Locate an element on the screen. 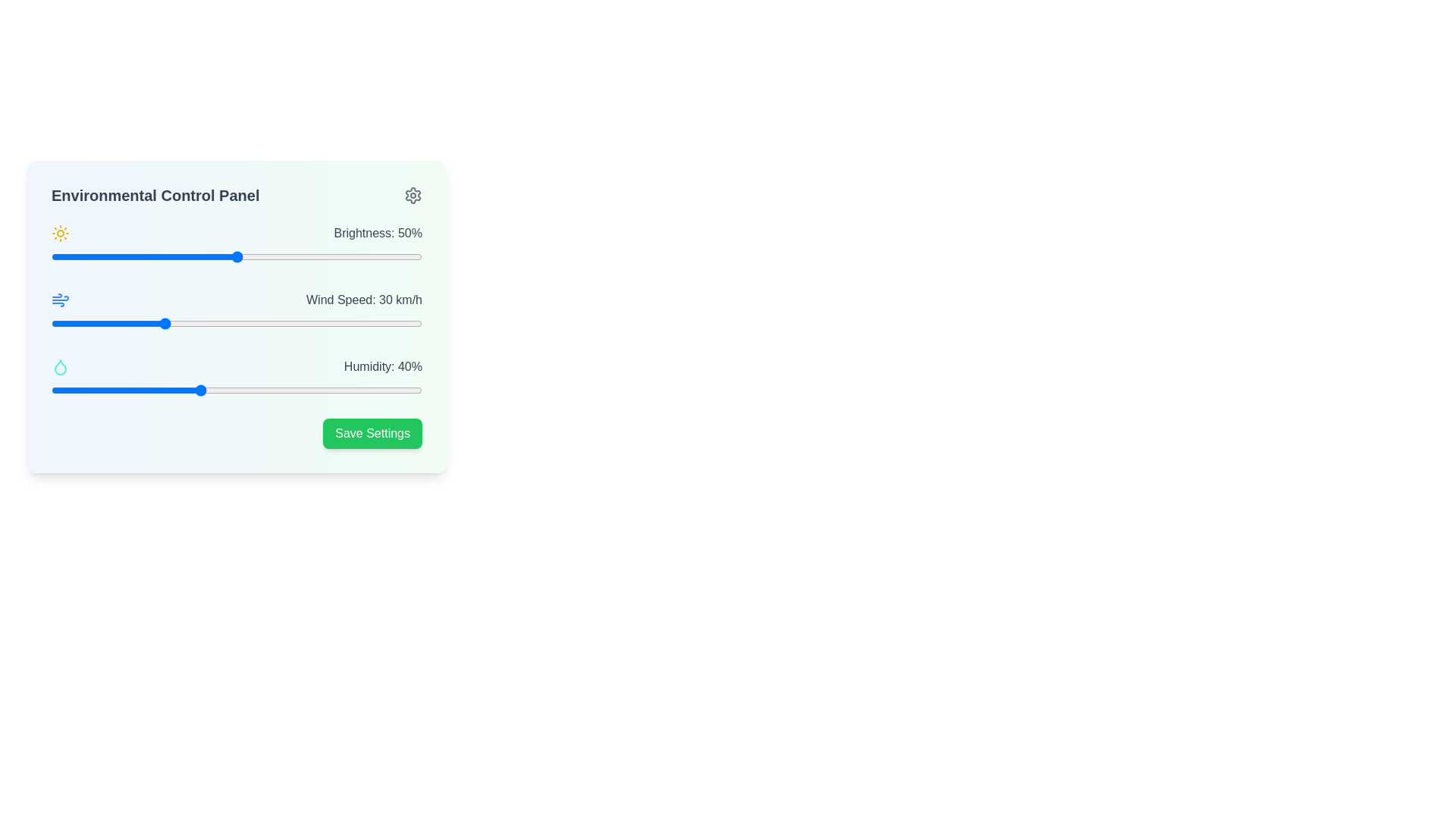 This screenshot has height=819, width=1456. humidity is located at coordinates (332, 390).